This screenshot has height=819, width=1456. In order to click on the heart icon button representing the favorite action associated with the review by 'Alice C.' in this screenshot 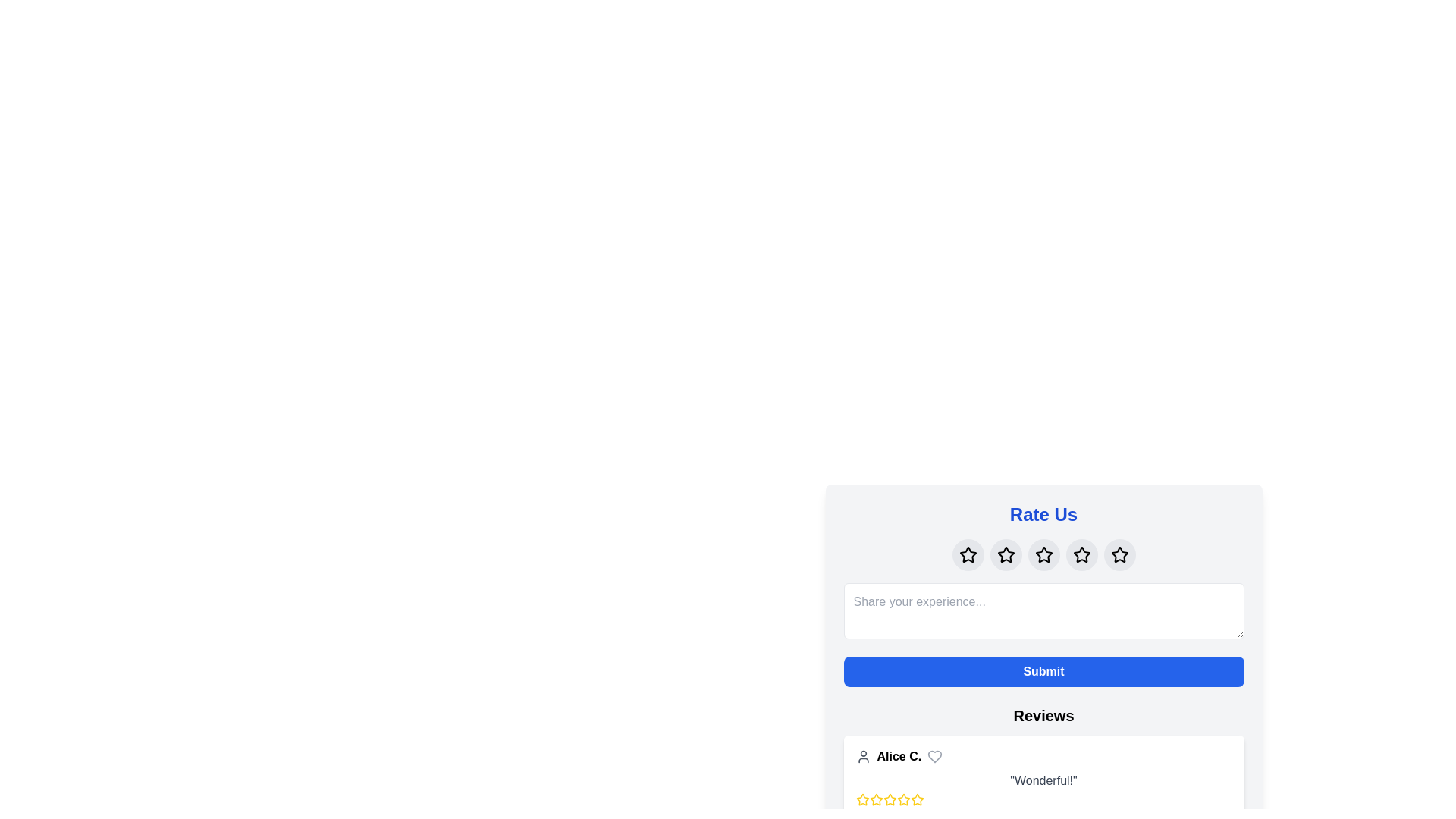, I will do `click(934, 757)`.